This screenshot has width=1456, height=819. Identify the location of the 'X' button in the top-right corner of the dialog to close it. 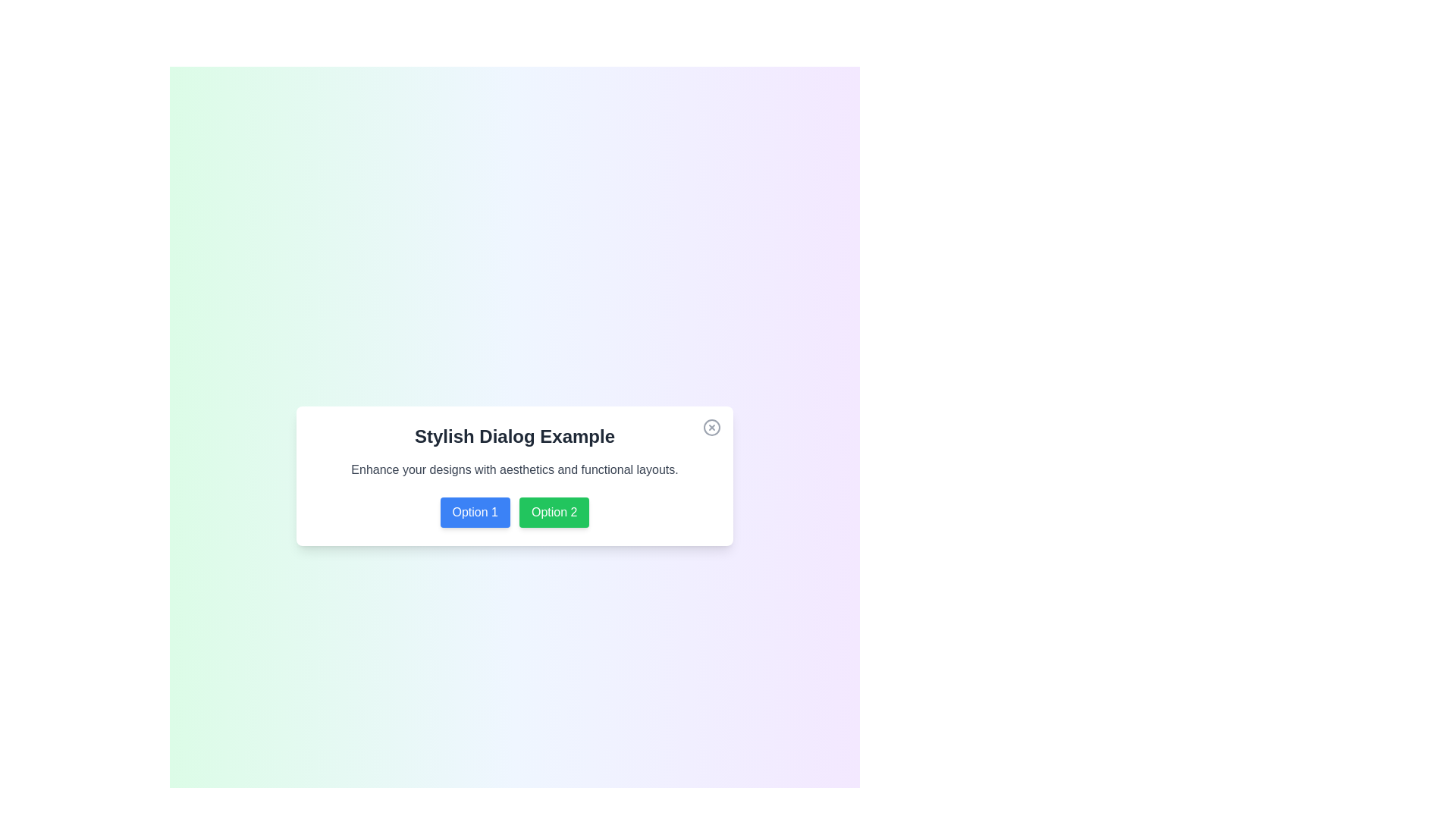
(711, 427).